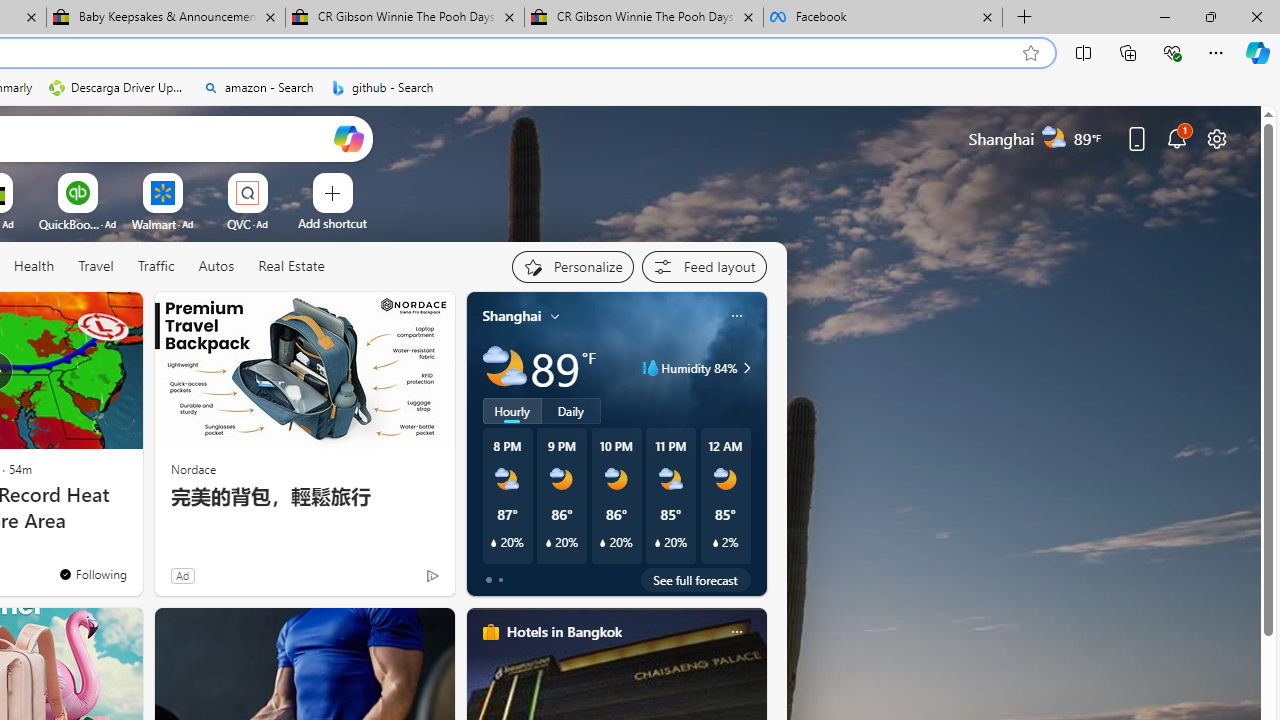 The image size is (1280, 720). I want to click on 'Class: weather-arrow-glyph', so click(745, 367).